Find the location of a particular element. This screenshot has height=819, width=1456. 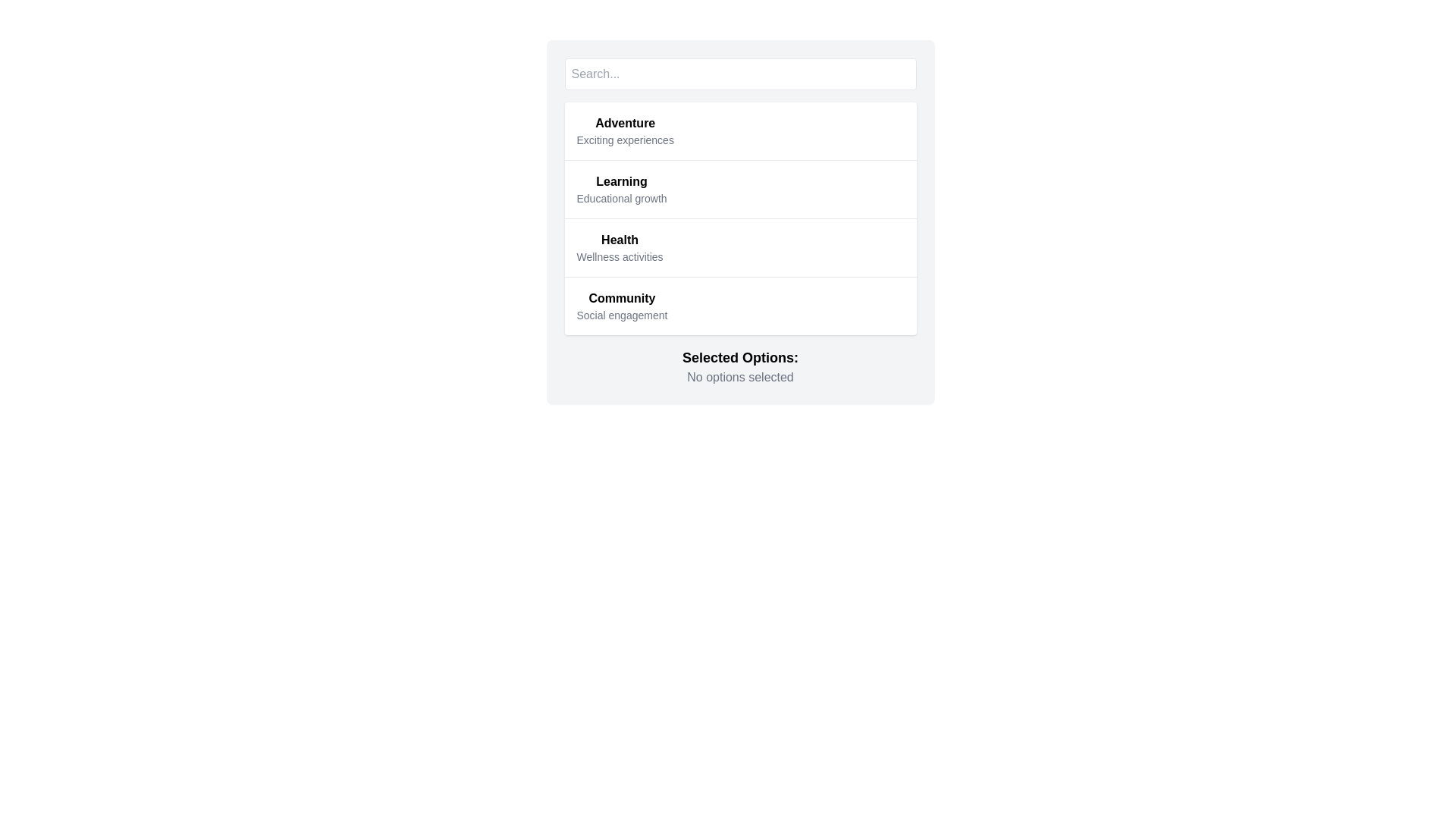

information provided by the static text label located directly beneath the 'Health' label in the third section of the vertically structured list is located at coordinates (620, 256).